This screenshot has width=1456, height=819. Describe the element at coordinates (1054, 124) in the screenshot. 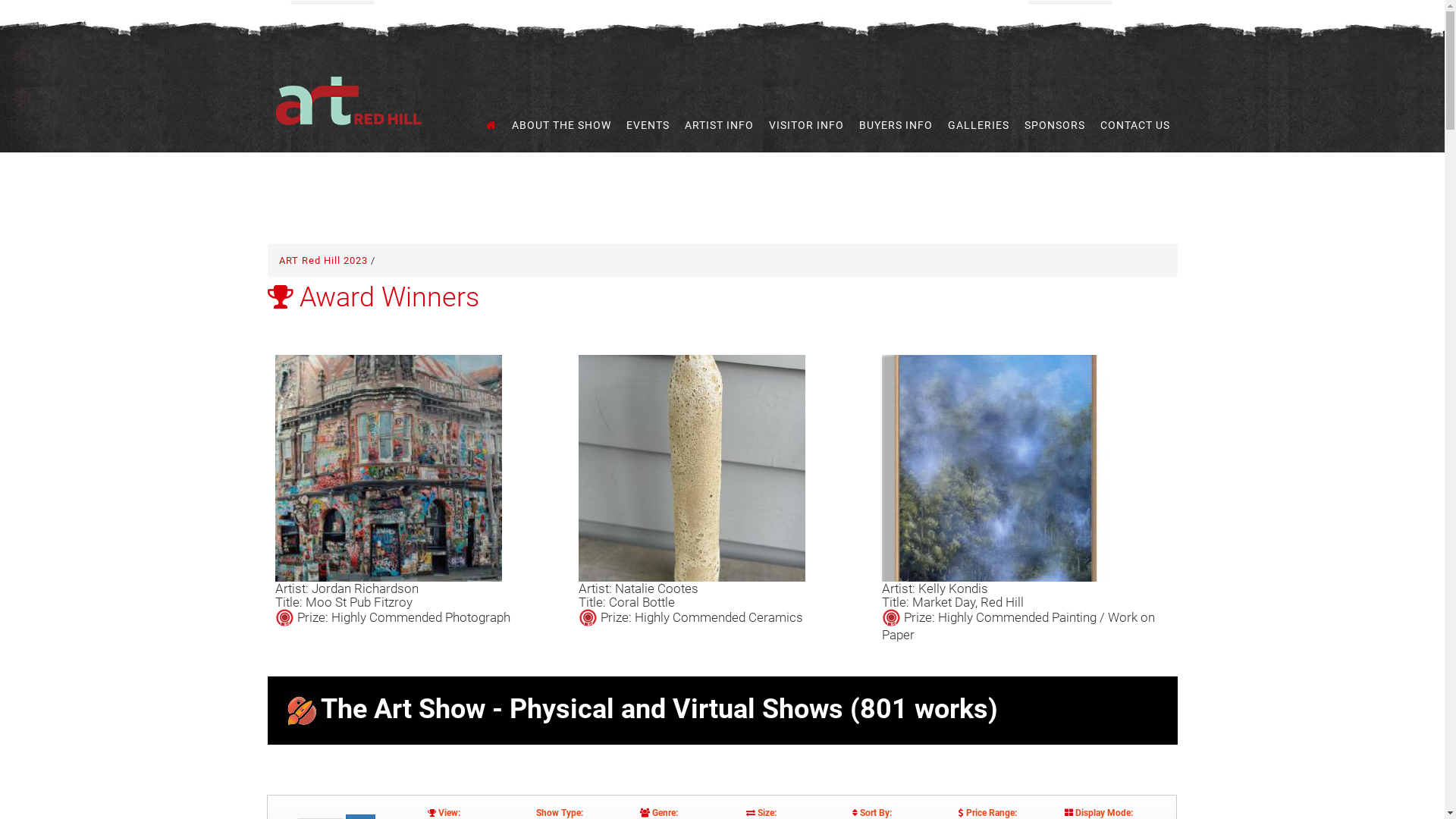

I see `'SPONSORS'` at that location.